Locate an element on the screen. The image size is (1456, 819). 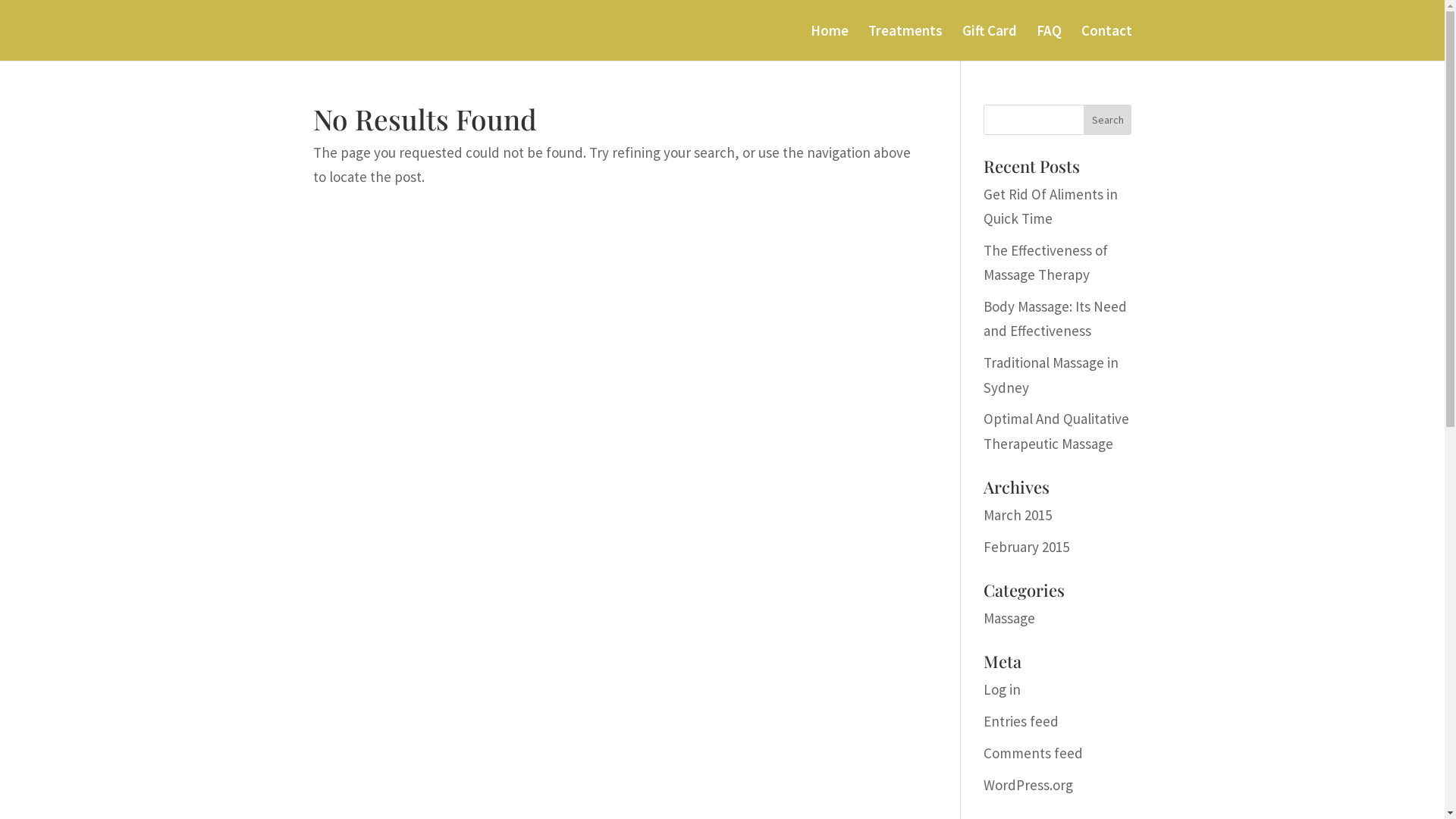
'Get Rid Of Aliments in Quick Time' is located at coordinates (983, 206).